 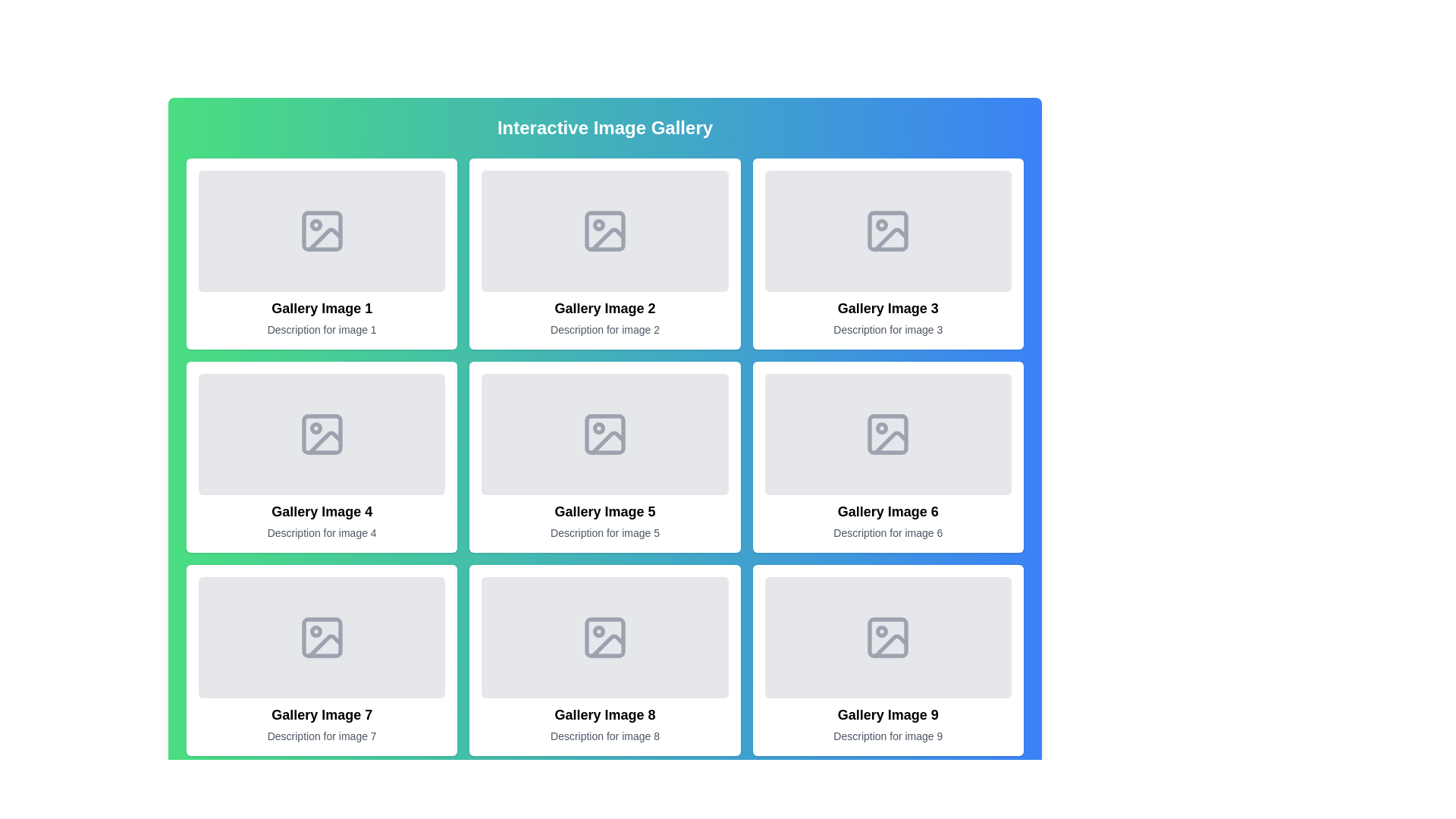 I want to click on the first item in the third row of the gallery, so click(x=321, y=660).